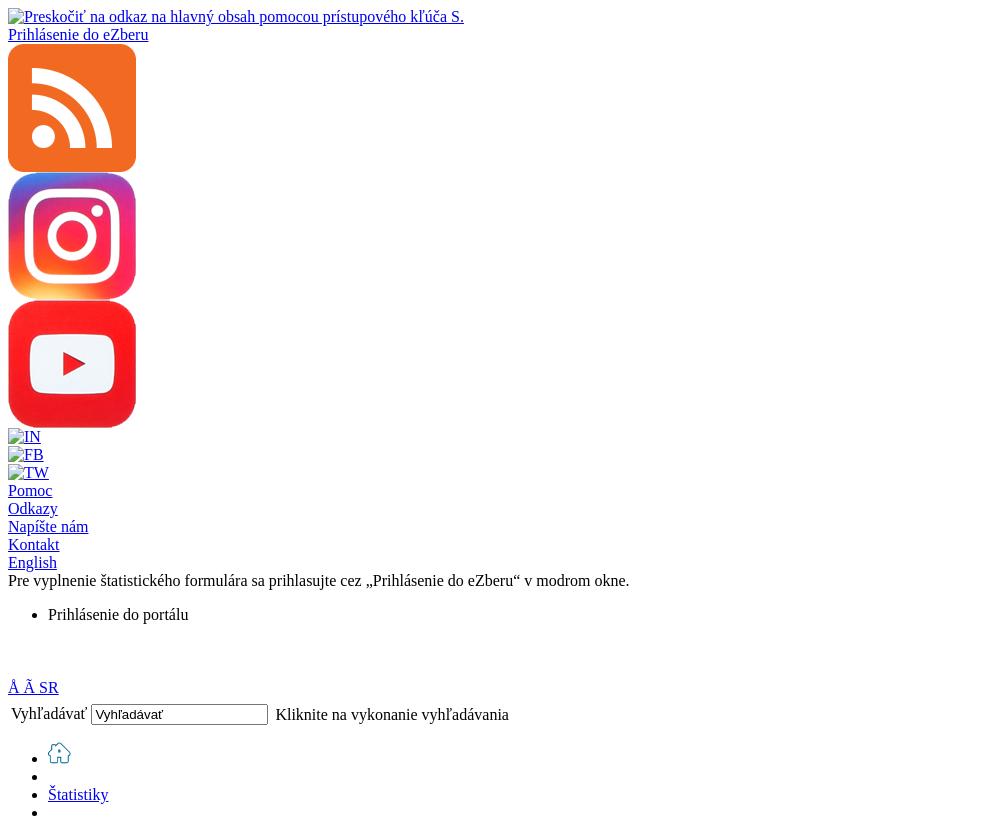 The height and width of the screenshot is (817, 1000). What do you see at coordinates (391, 712) in the screenshot?
I see `'Kliknite na vykonanie vyhľadávania'` at bounding box center [391, 712].